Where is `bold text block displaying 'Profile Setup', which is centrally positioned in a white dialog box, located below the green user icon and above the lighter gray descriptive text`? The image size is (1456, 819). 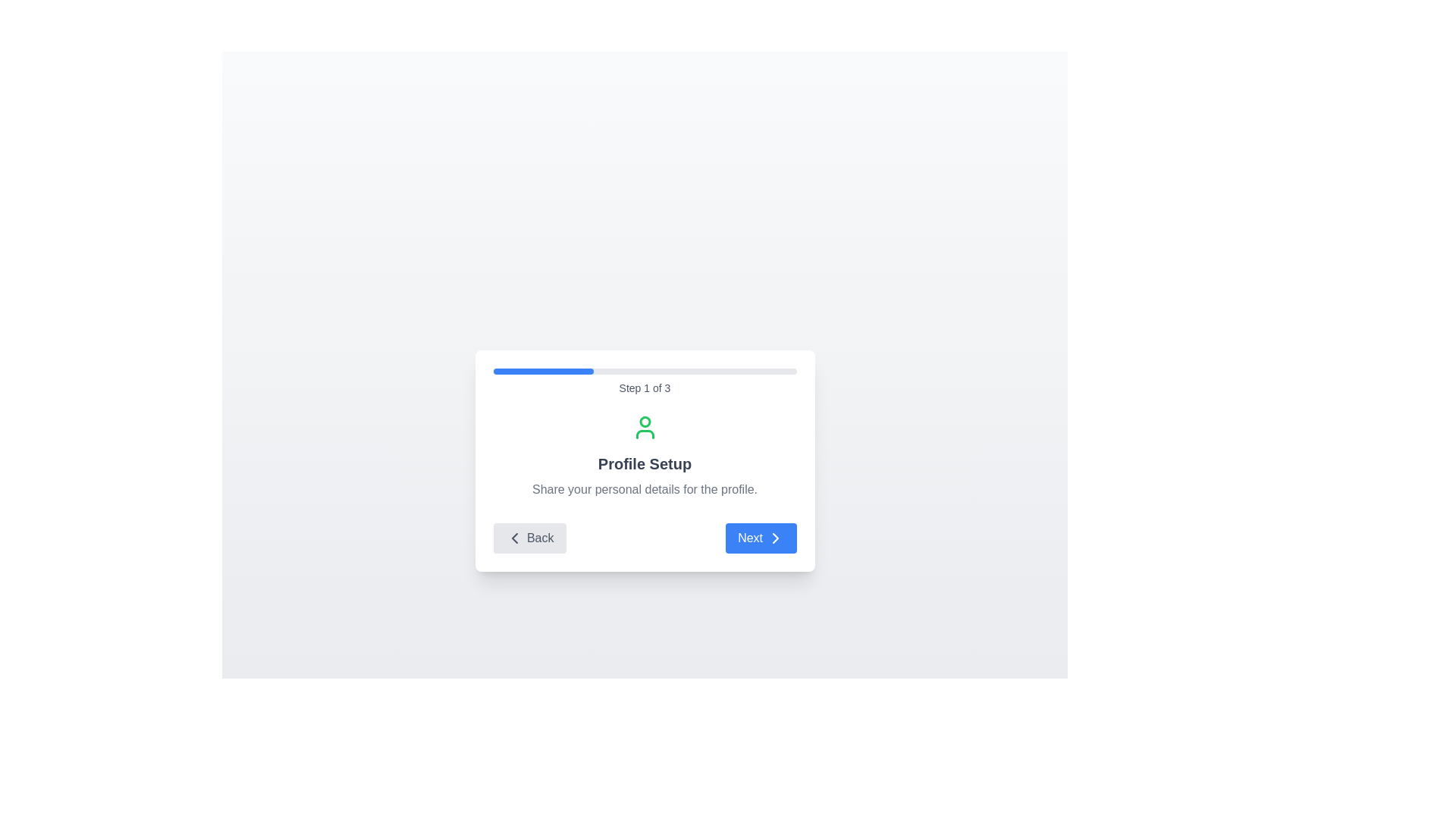 bold text block displaying 'Profile Setup', which is centrally positioned in a white dialog box, located below the green user icon and above the lighter gray descriptive text is located at coordinates (645, 463).